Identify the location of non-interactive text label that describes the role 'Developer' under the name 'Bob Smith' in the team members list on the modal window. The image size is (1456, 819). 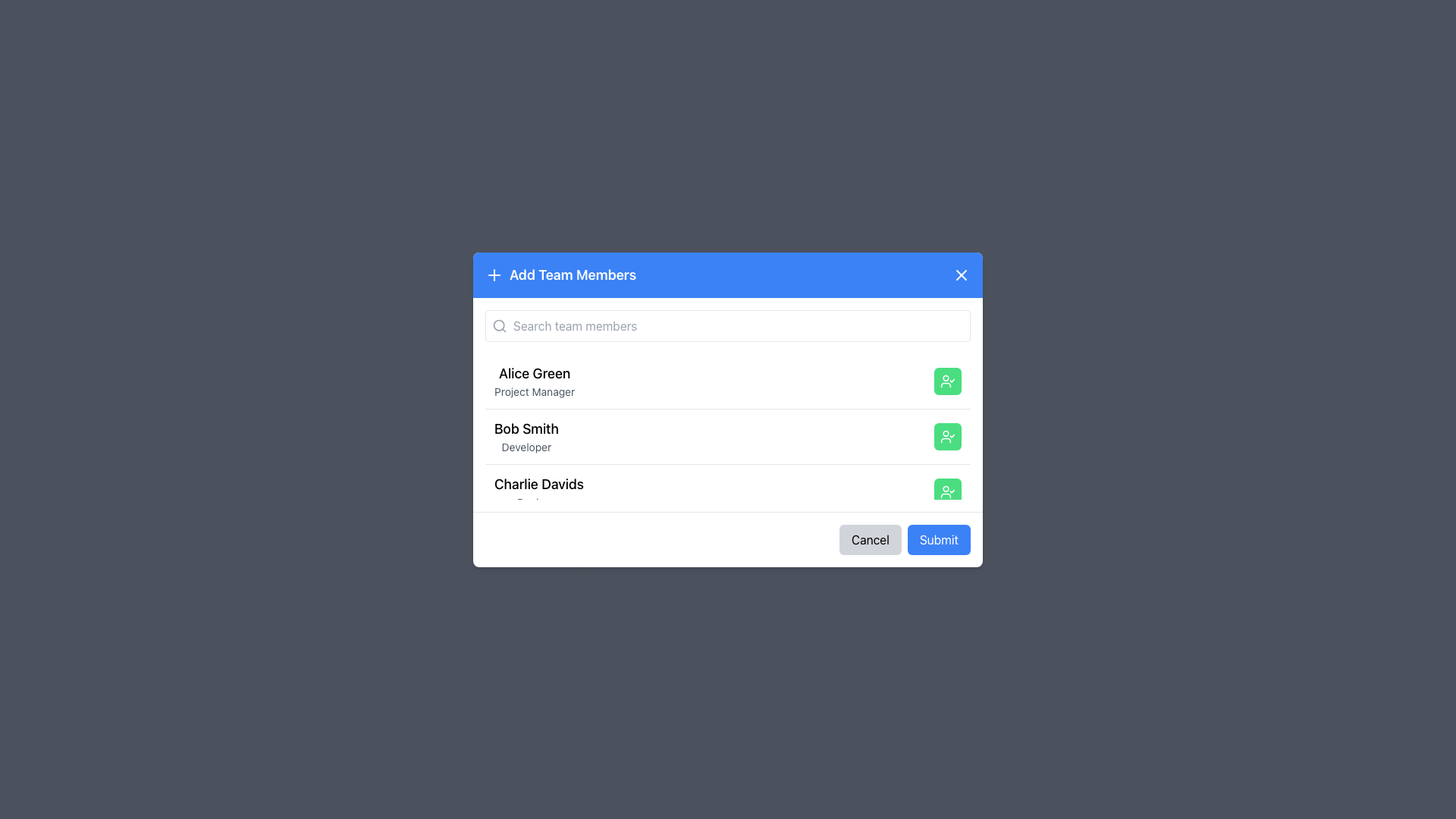
(526, 446).